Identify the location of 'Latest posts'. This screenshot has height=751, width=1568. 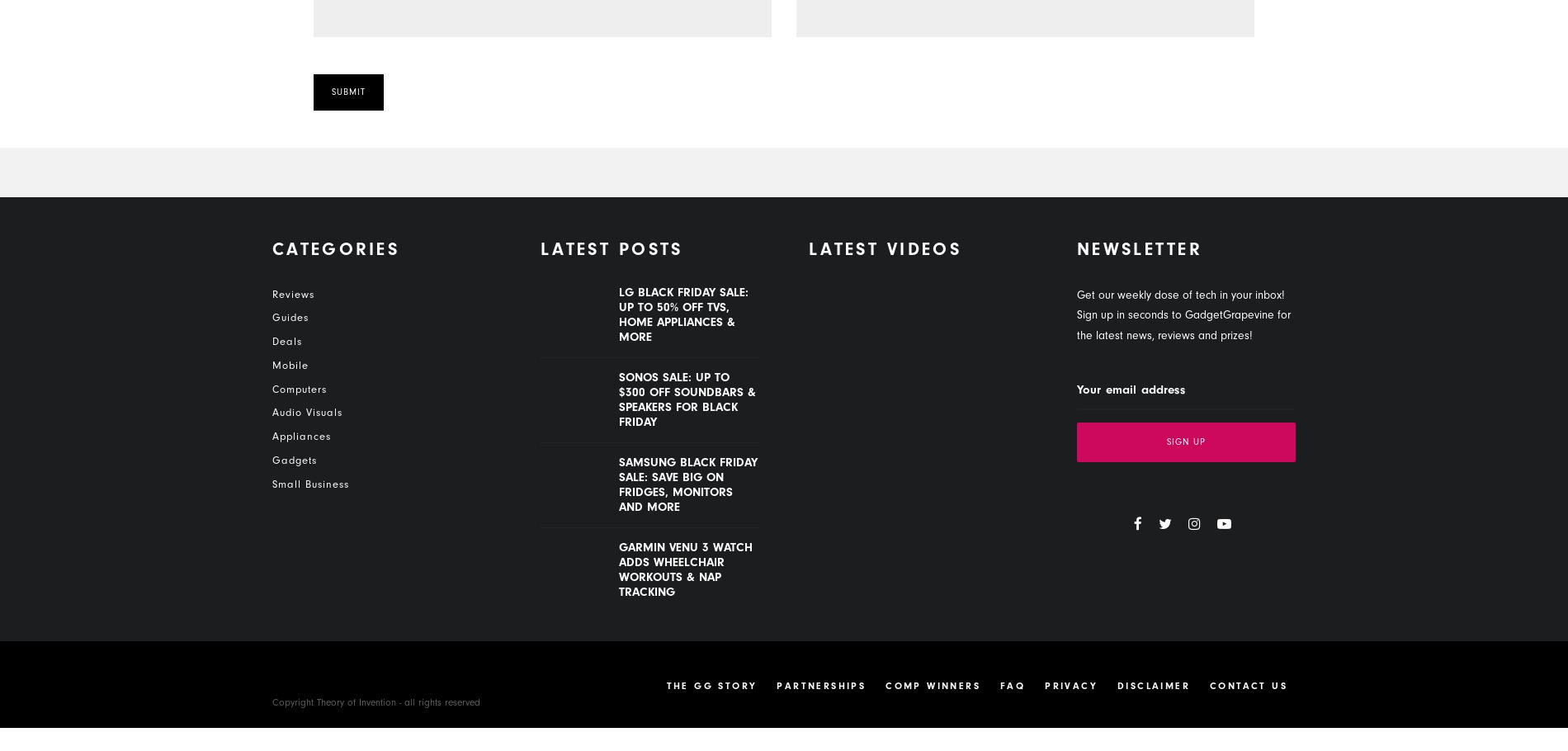
(611, 249).